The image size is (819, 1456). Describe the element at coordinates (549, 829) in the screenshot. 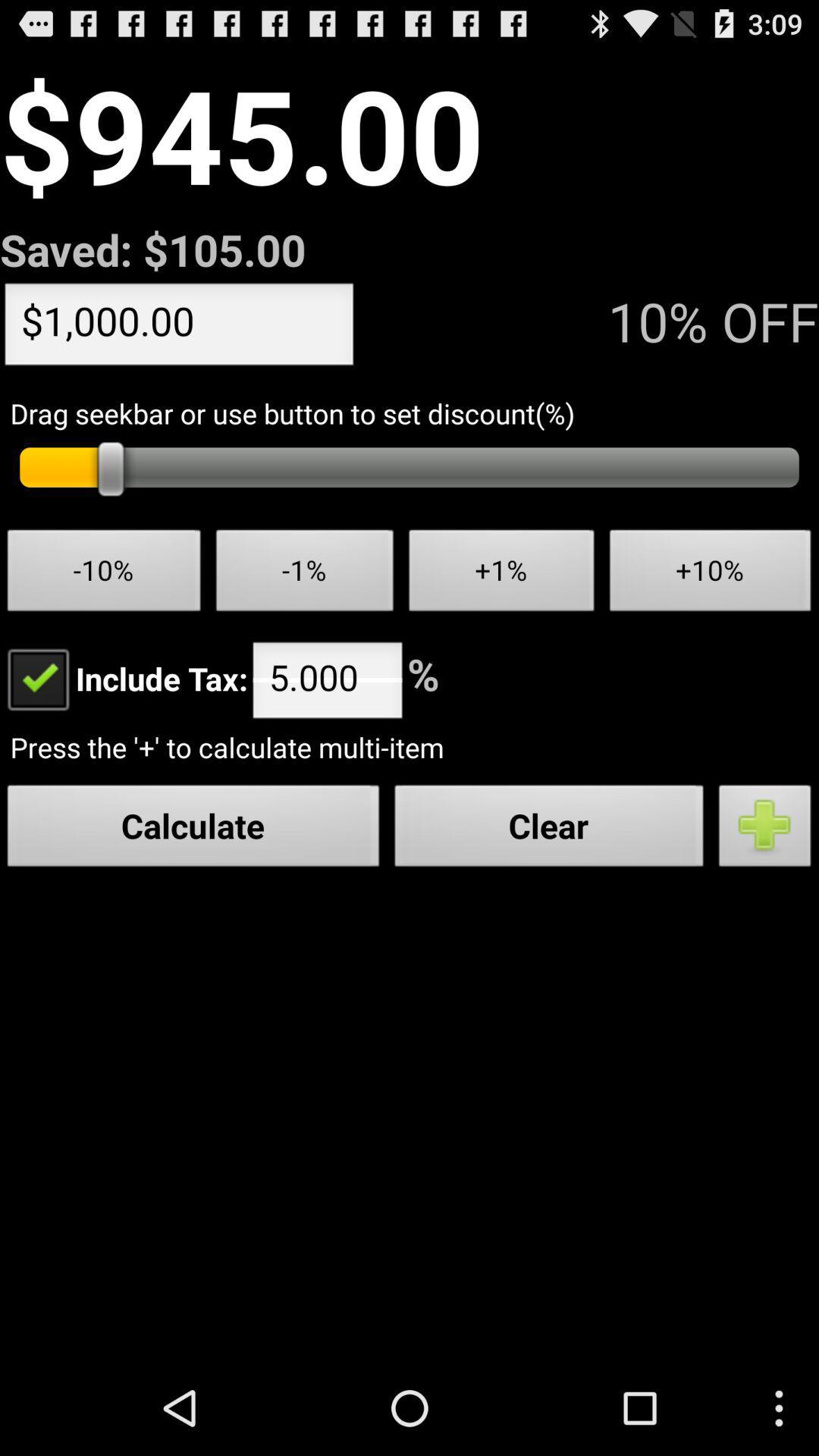

I see `the button to the right of calculate item` at that location.